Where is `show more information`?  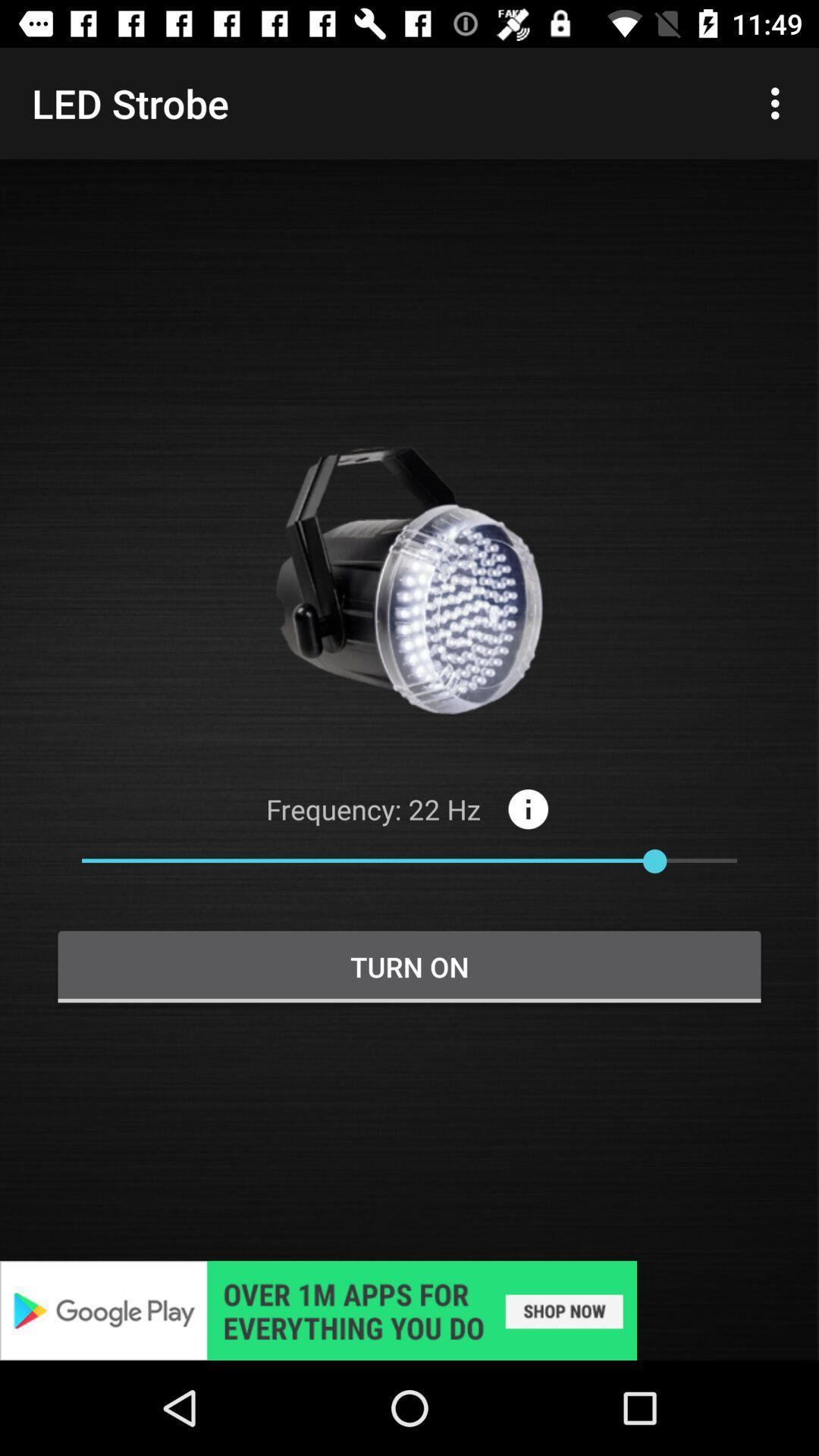
show more information is located at coordinates (527, 808).